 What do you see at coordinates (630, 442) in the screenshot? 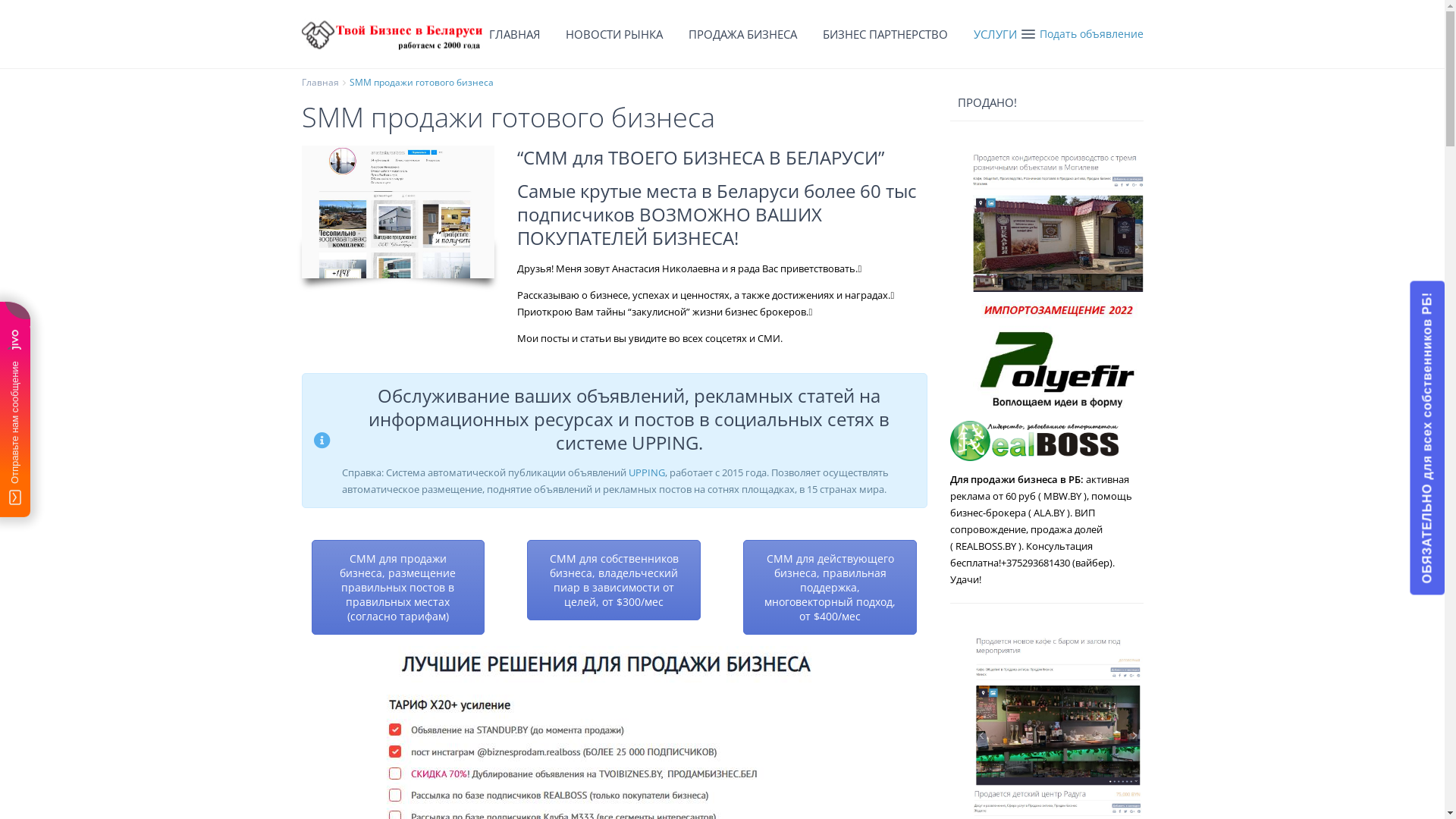
I see `'UPPING'` at bounding box center [630, 442].